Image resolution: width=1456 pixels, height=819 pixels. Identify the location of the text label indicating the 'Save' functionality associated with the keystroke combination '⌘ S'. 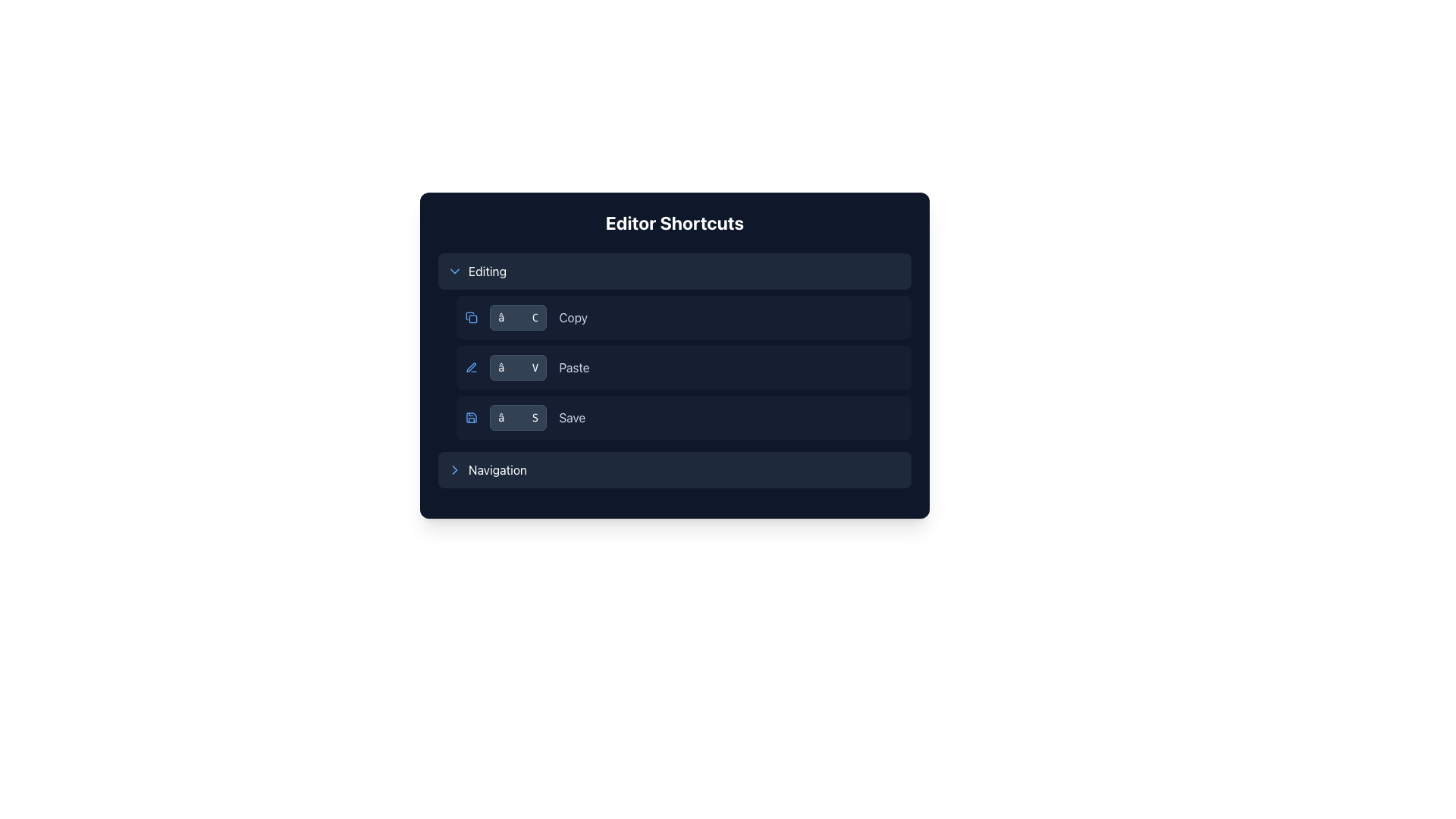
(571, 418).